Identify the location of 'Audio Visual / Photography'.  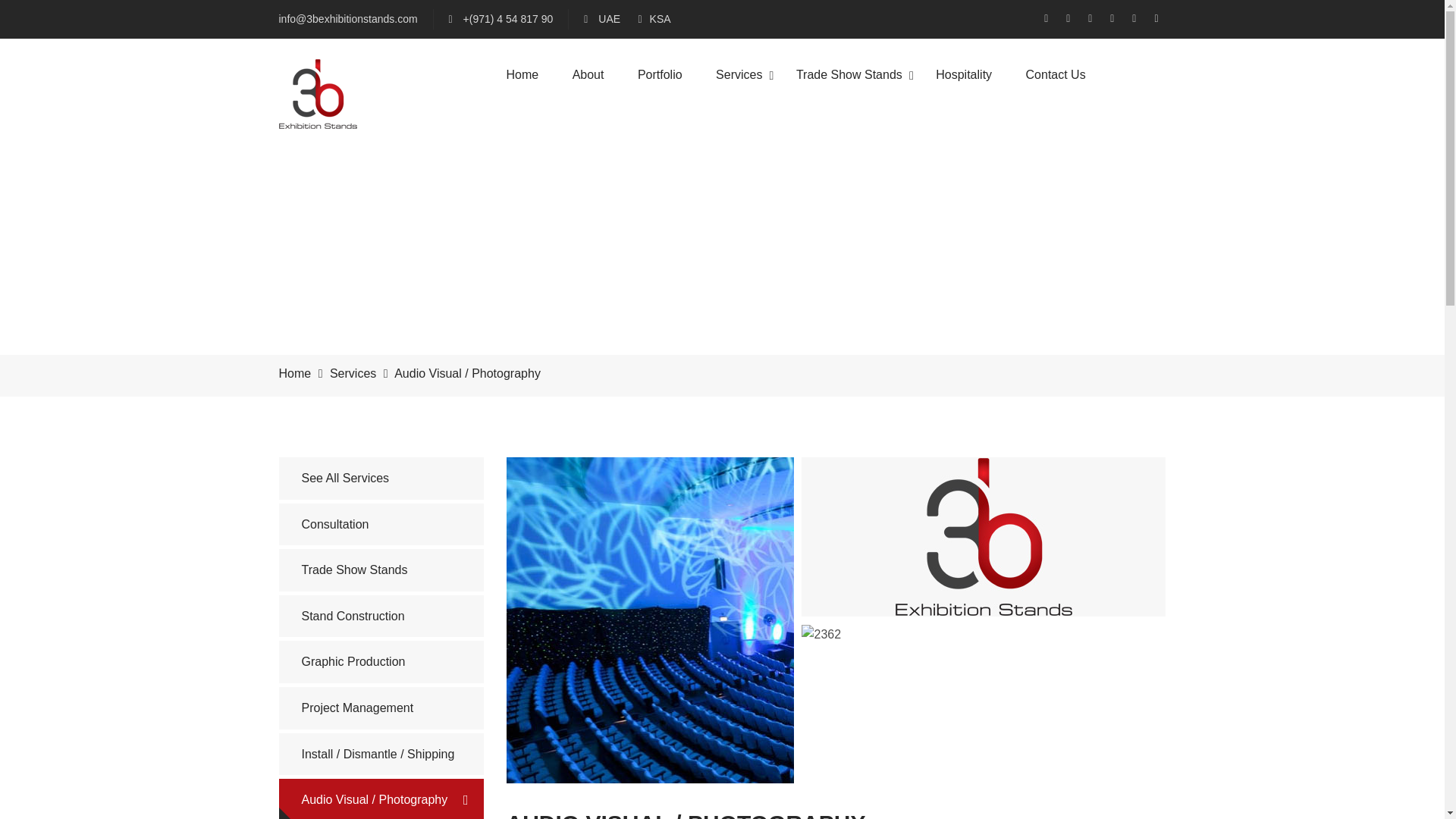
(381, 799).